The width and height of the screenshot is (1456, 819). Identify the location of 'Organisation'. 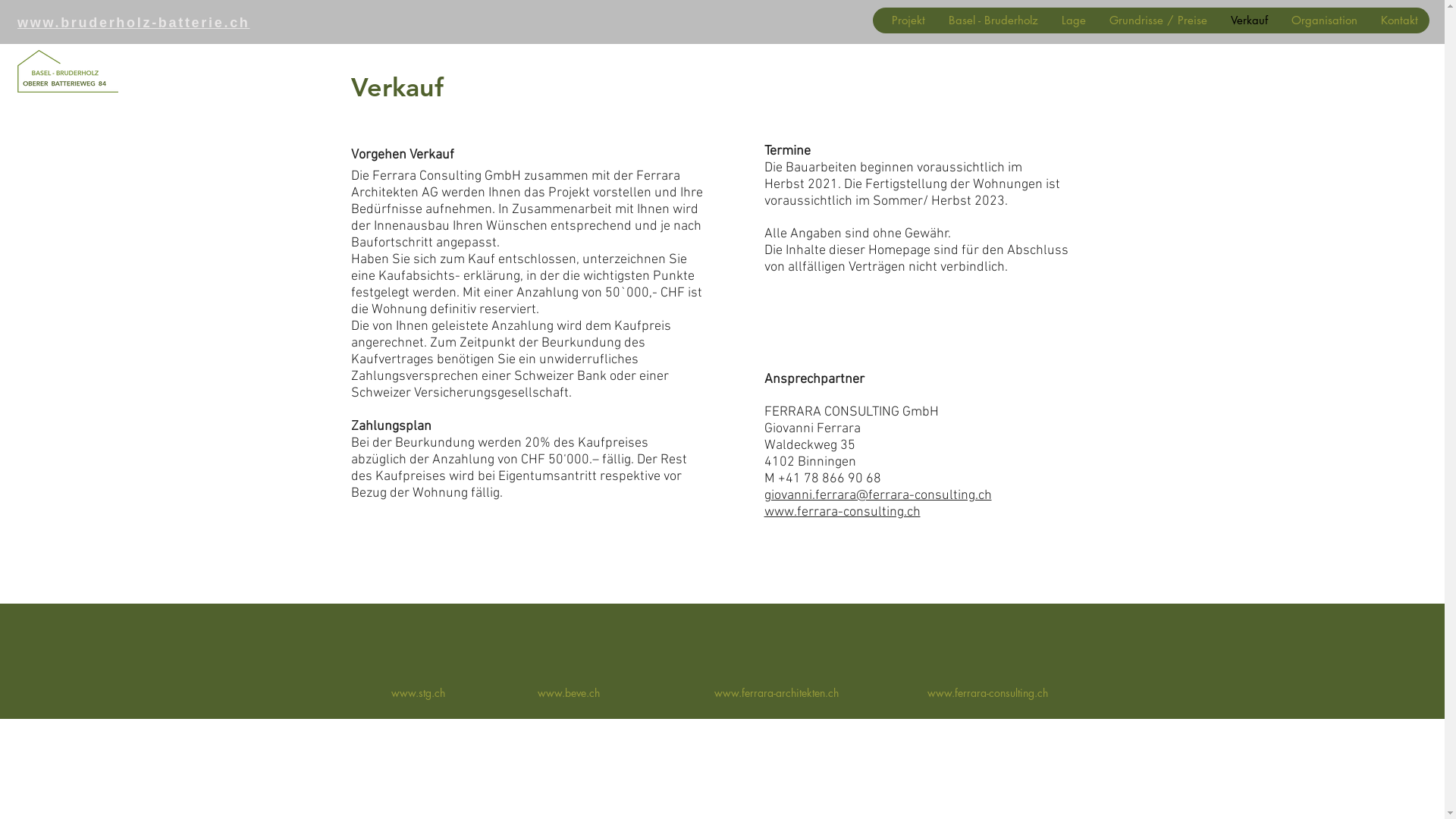
(1278, 20).